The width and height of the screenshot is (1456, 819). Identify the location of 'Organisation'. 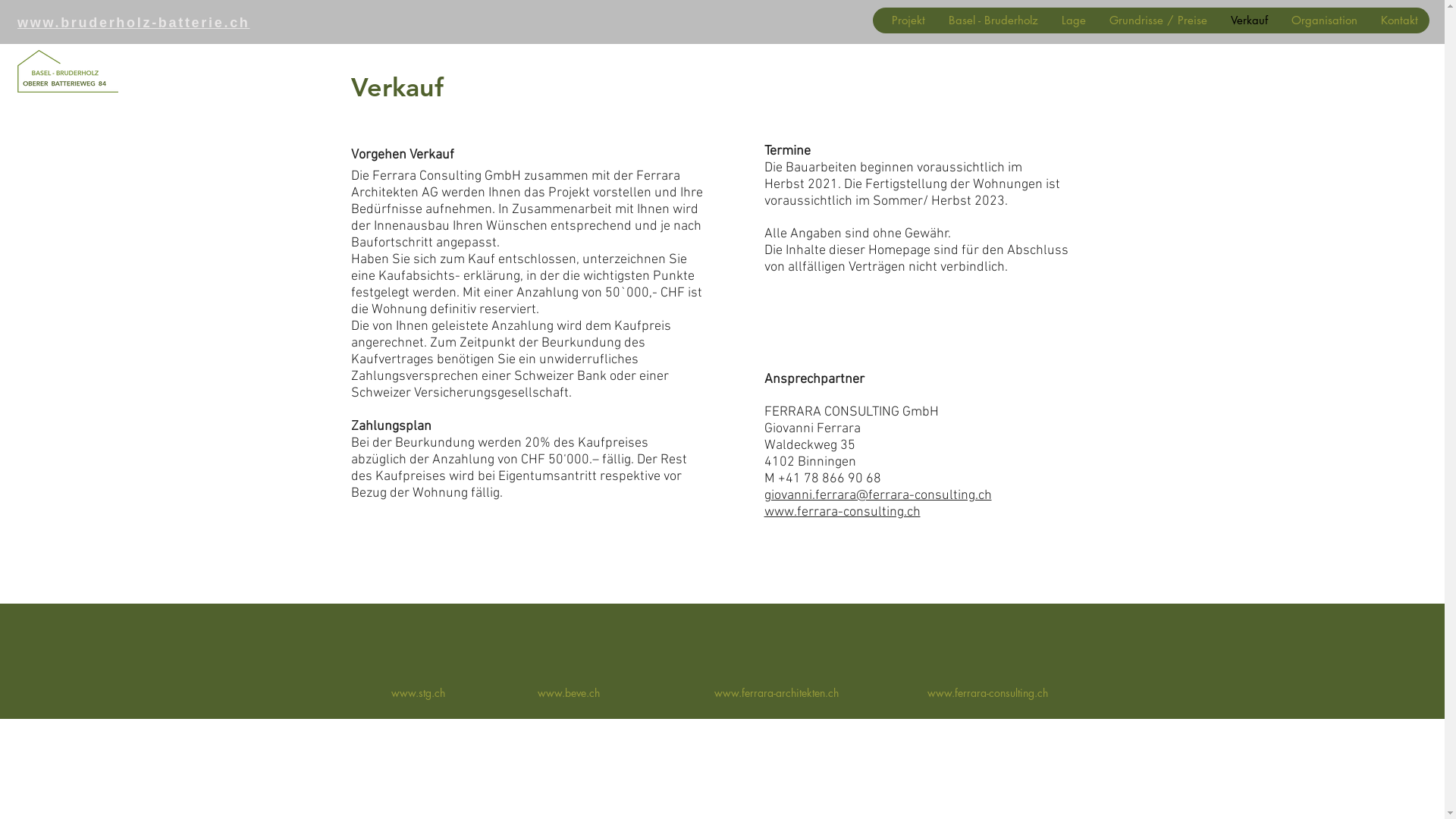
(1278, 20).